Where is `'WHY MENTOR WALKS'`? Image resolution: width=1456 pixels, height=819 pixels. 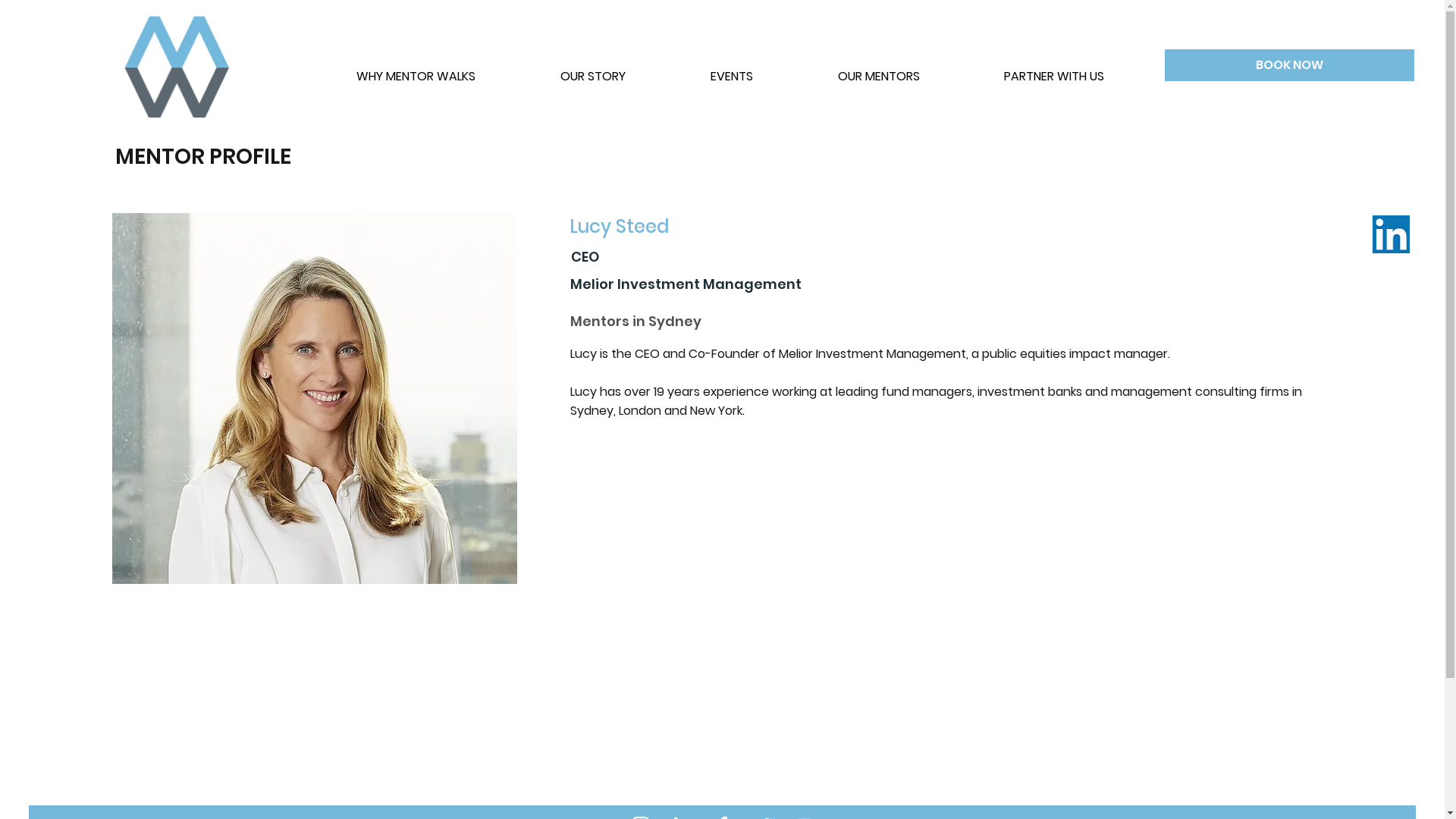 'WHY MENTOR WALKS' is located at coordinates (416, 70).